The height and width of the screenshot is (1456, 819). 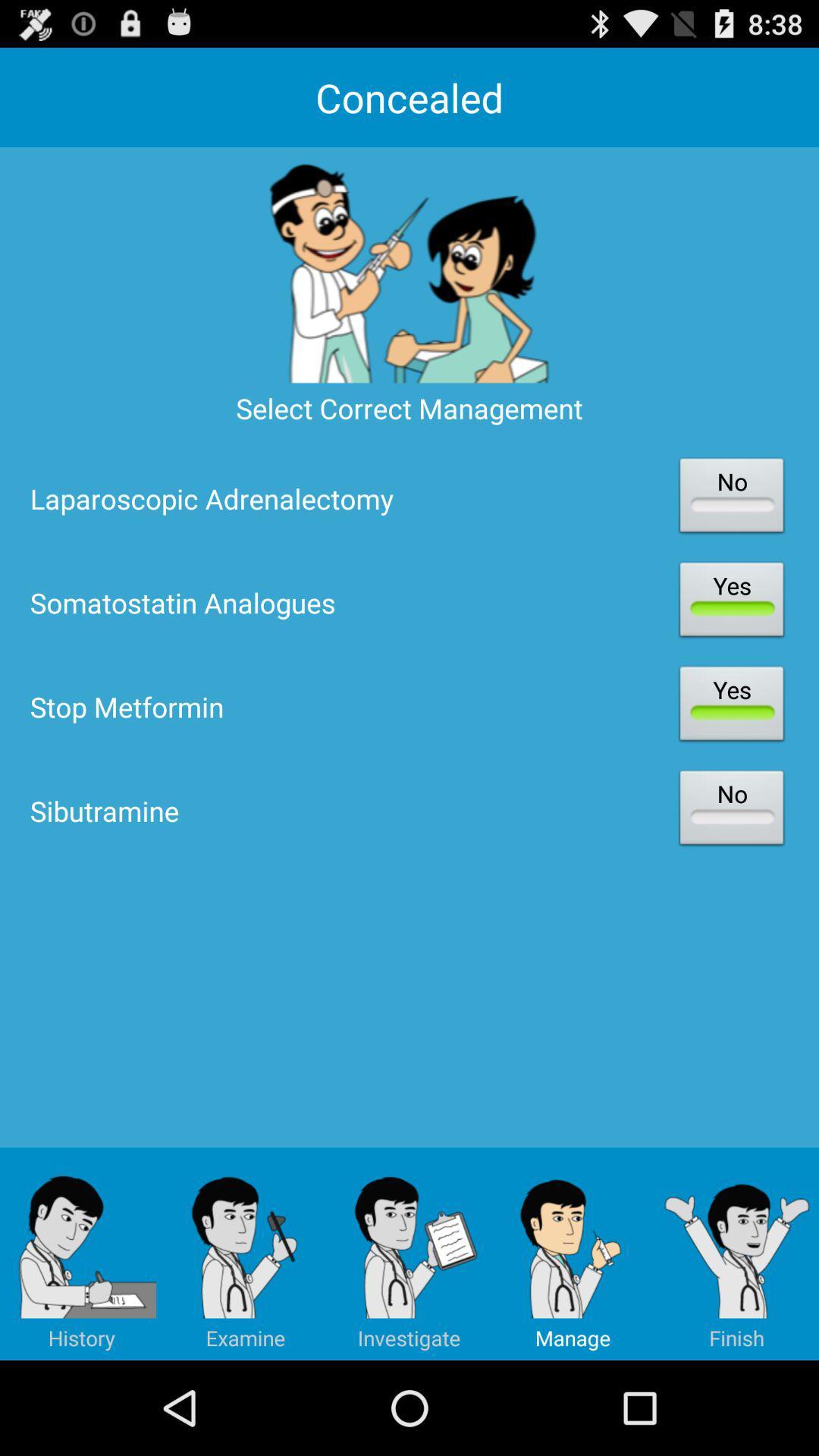 I want to click on the app below sibutramine app, so click(x=245, y=1254).